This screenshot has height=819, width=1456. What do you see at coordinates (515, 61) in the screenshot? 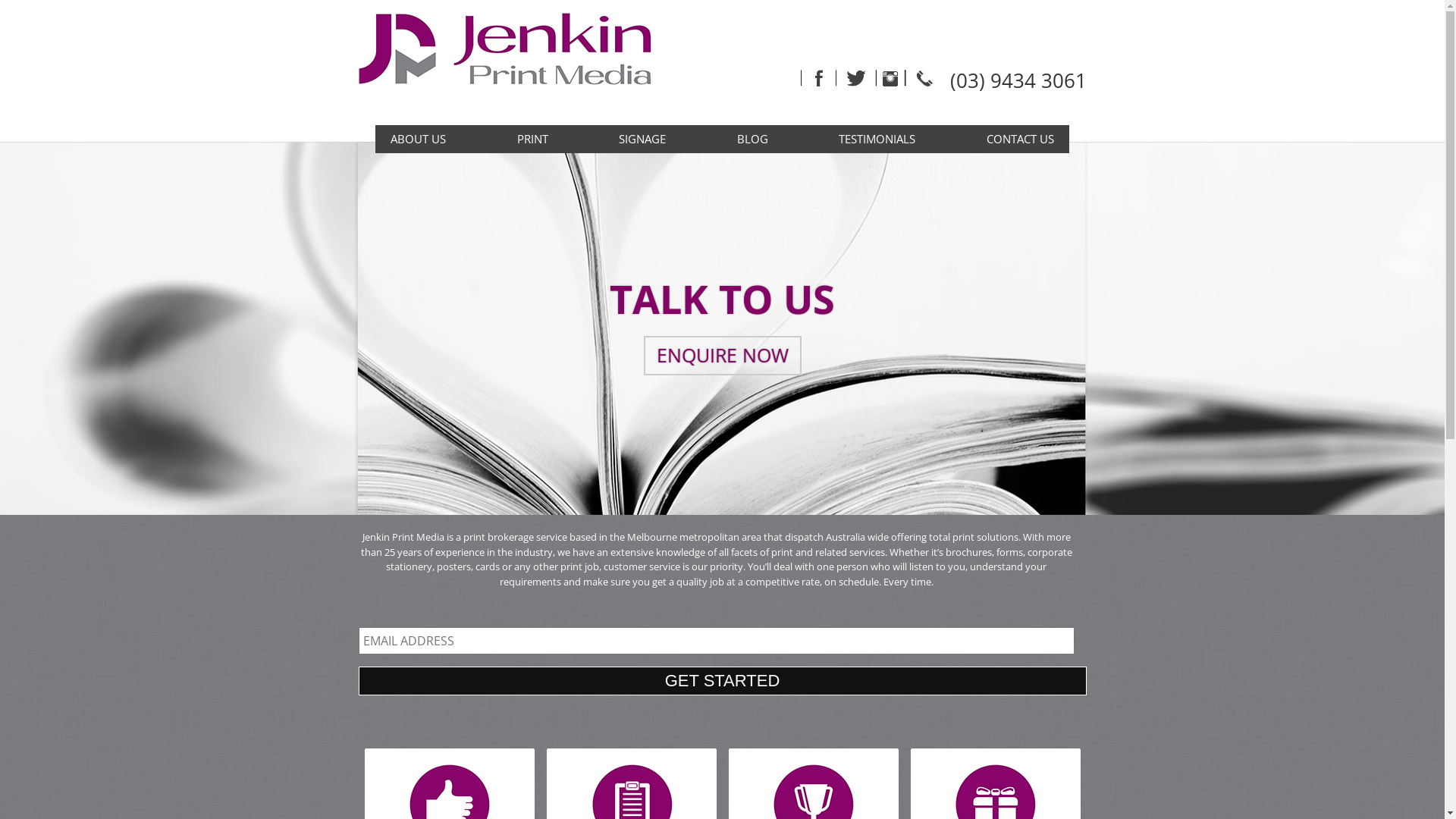
I see `'Jenkin Print Group'` at bounding box center [515, 61].